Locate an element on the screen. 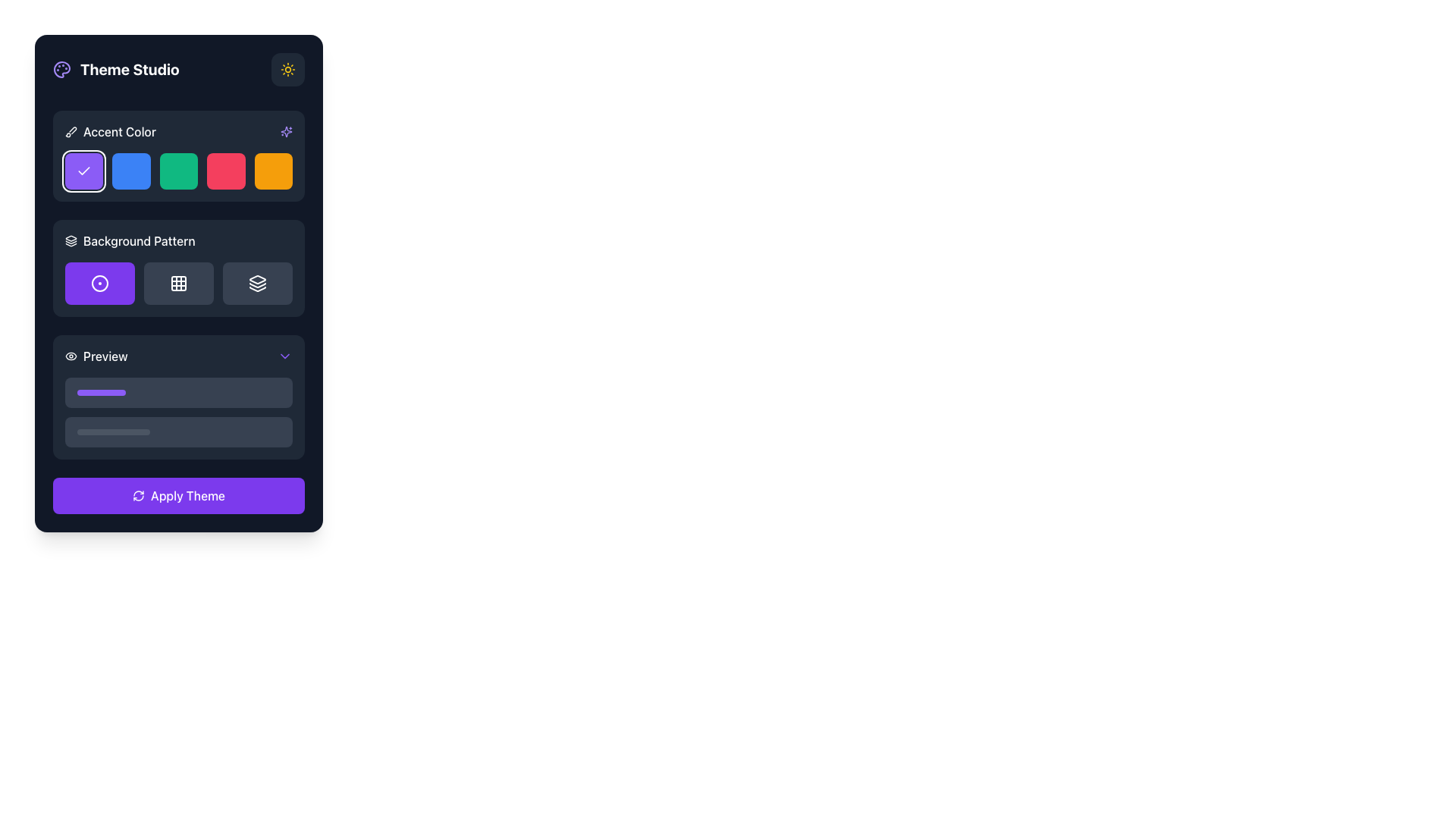 The image size is (1456, 819). the fifth button in the row of color selection buttons is located at coordinates (273, 171).